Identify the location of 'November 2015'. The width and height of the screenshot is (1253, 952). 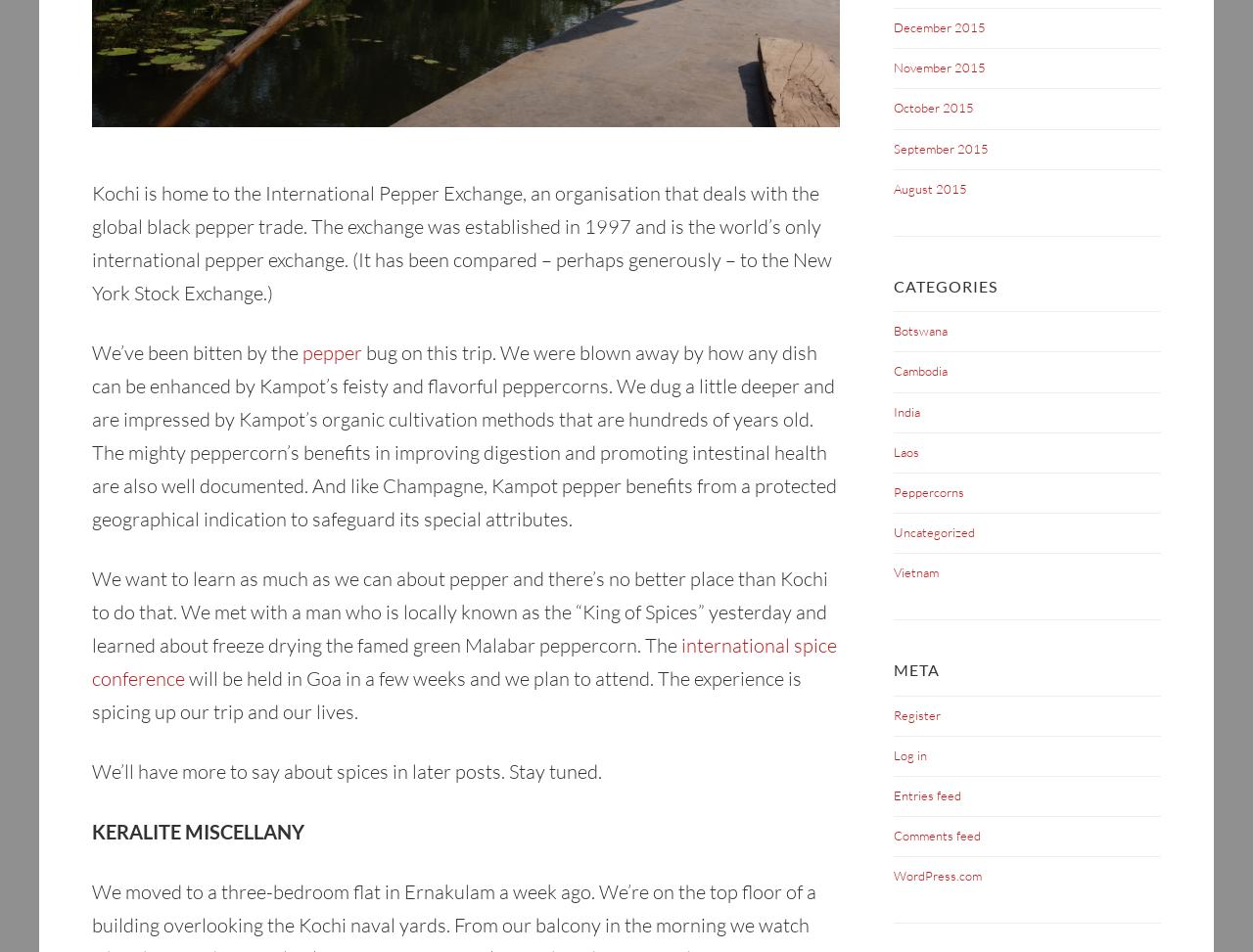
(940, 67).